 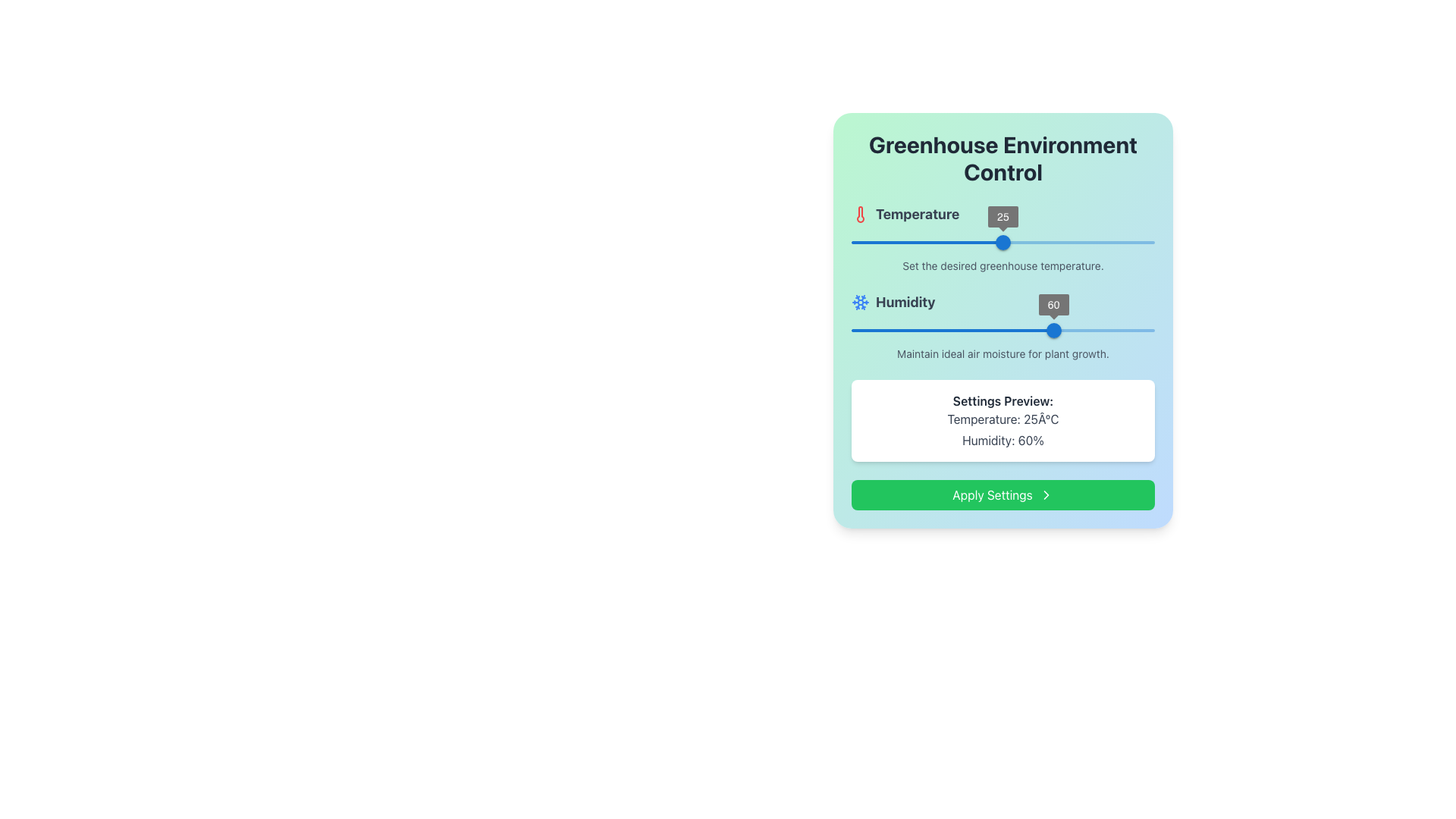 I want to click on the humidity level, so click(x=855, y=329).